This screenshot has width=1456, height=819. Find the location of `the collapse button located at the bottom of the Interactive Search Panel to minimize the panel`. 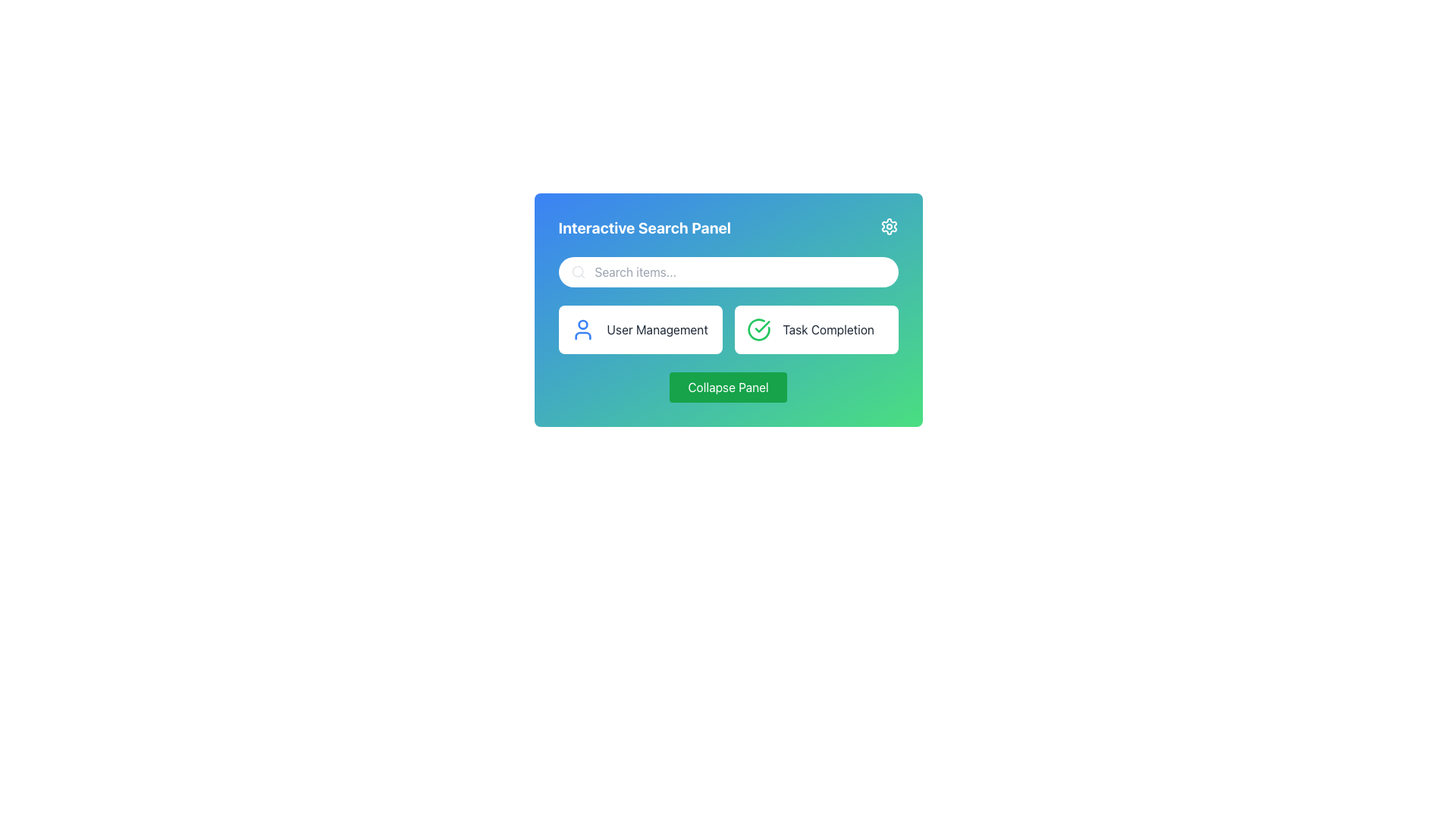

the collapse button located at the bottom of the Interactive Search Panel to minimize the panel is located at coordinates (728, 386).